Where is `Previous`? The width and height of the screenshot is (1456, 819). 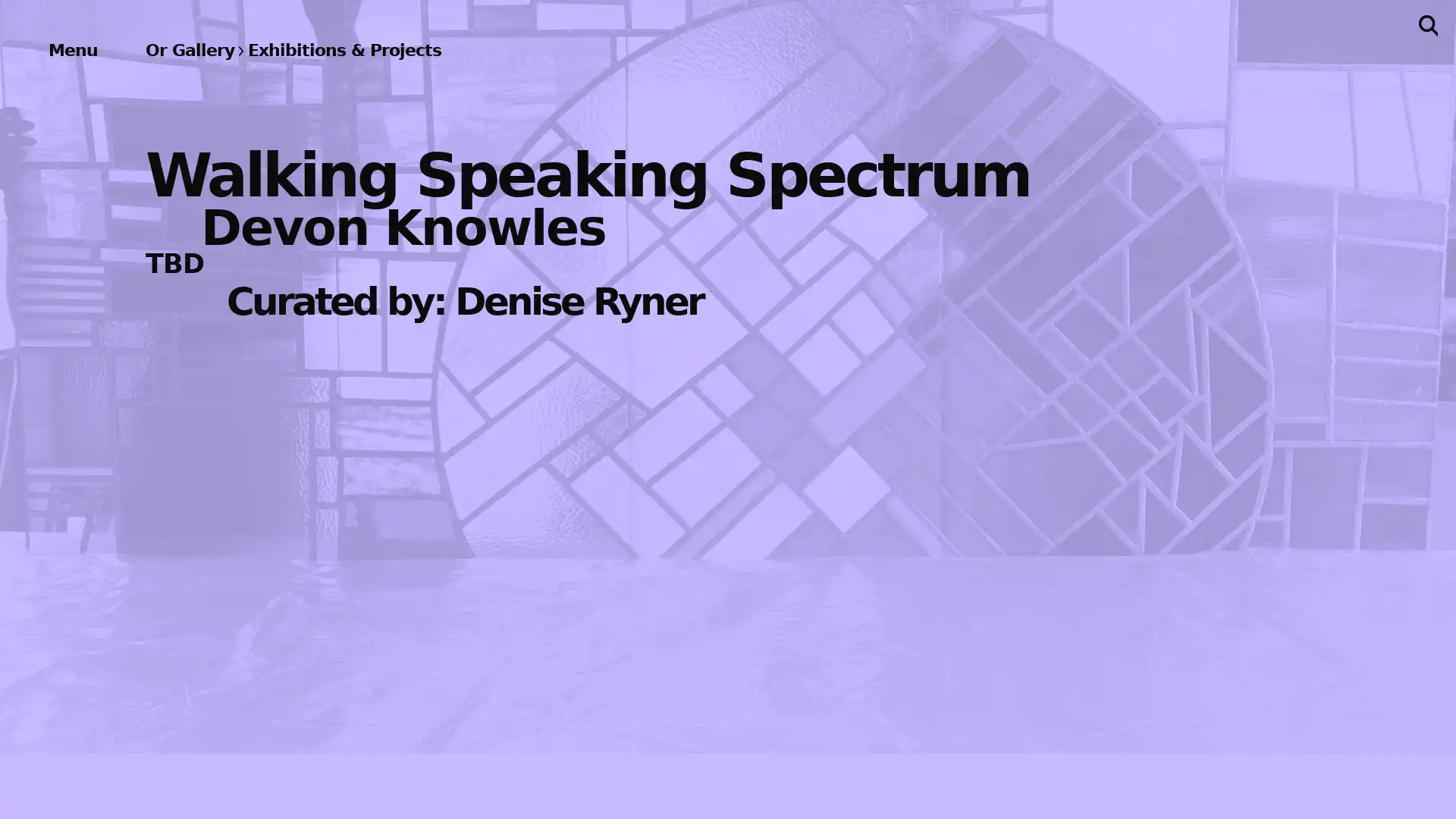
Previous is located at coordinates (436, 408).